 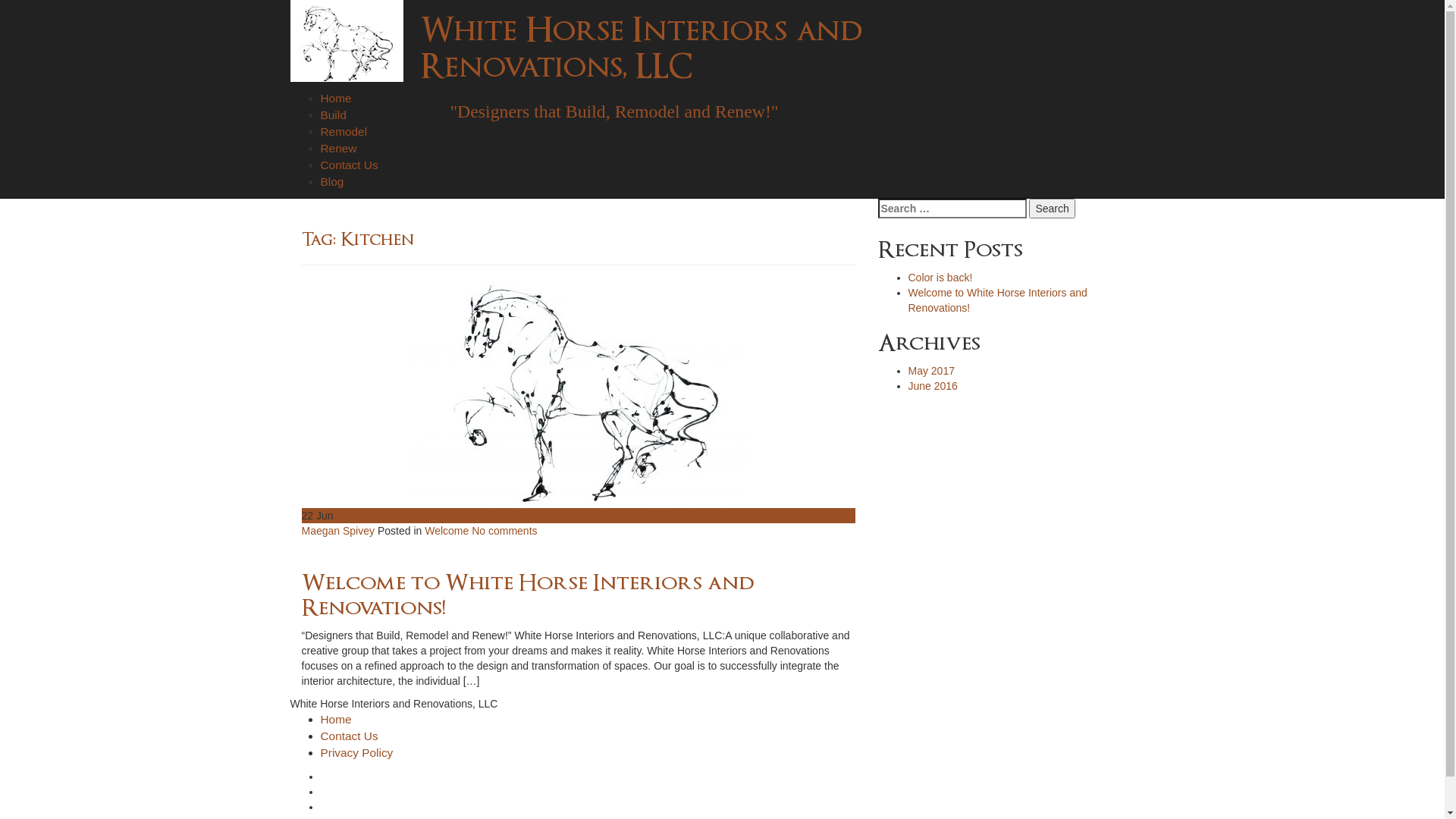 What do you see at coordinates (940, 278) in the screenshot?
I see `'Color is back!'` at bounding box center [940, 278].